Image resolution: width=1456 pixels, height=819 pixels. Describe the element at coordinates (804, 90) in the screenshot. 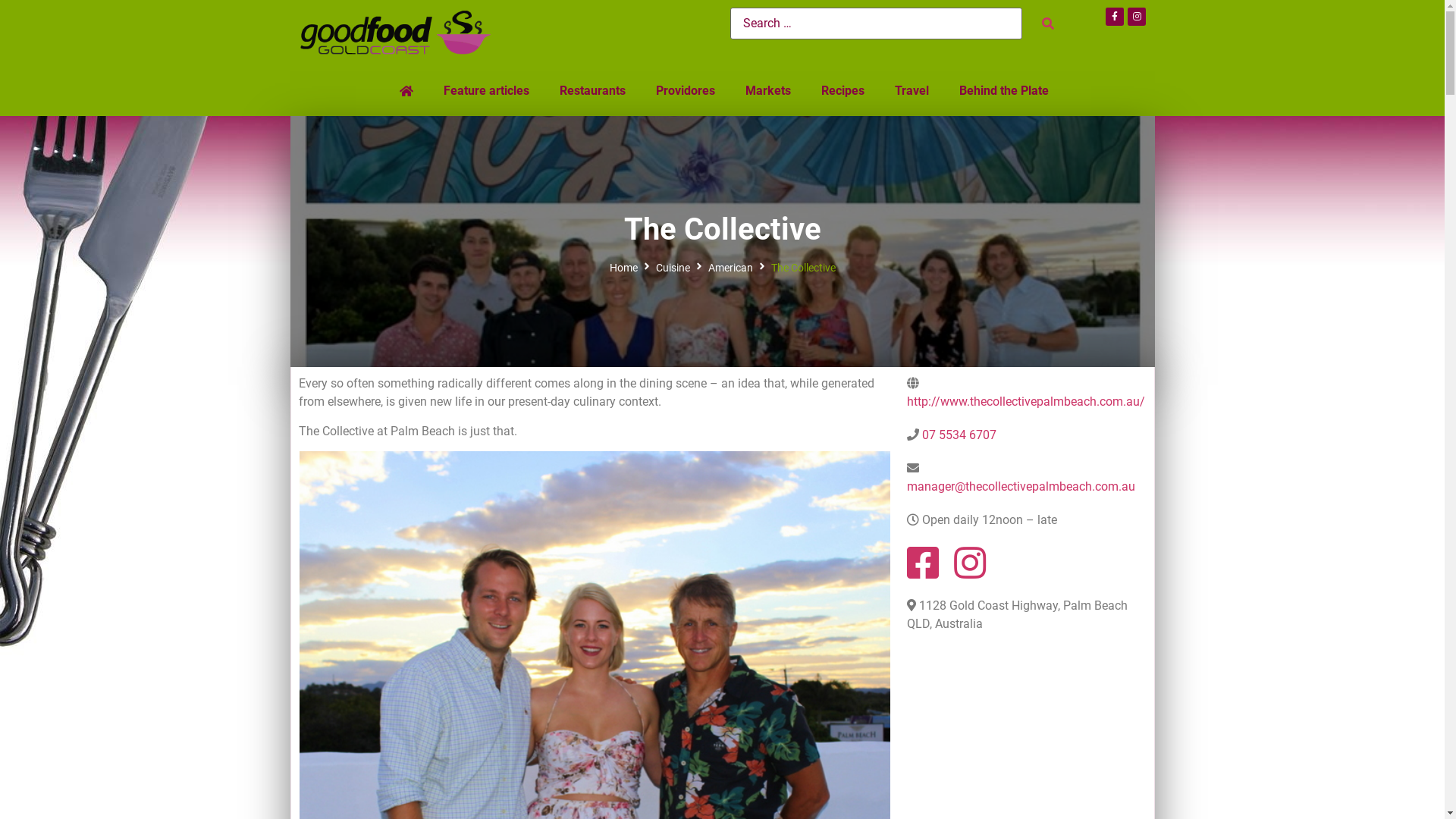

I see `'Recipes'` at that location.